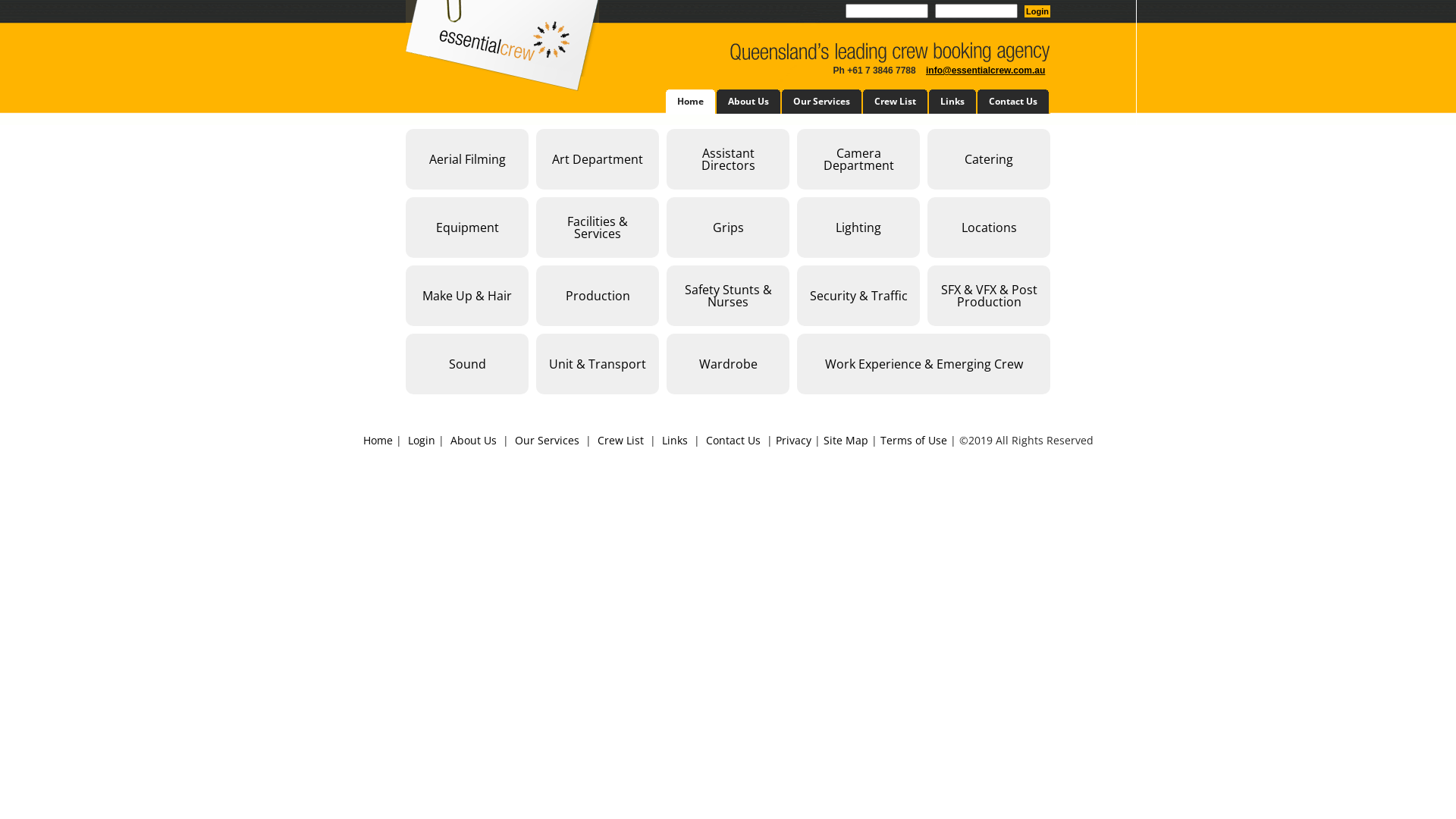 The image size is (1456, 819). I want to click on 'Site Map', so click(845, 440).